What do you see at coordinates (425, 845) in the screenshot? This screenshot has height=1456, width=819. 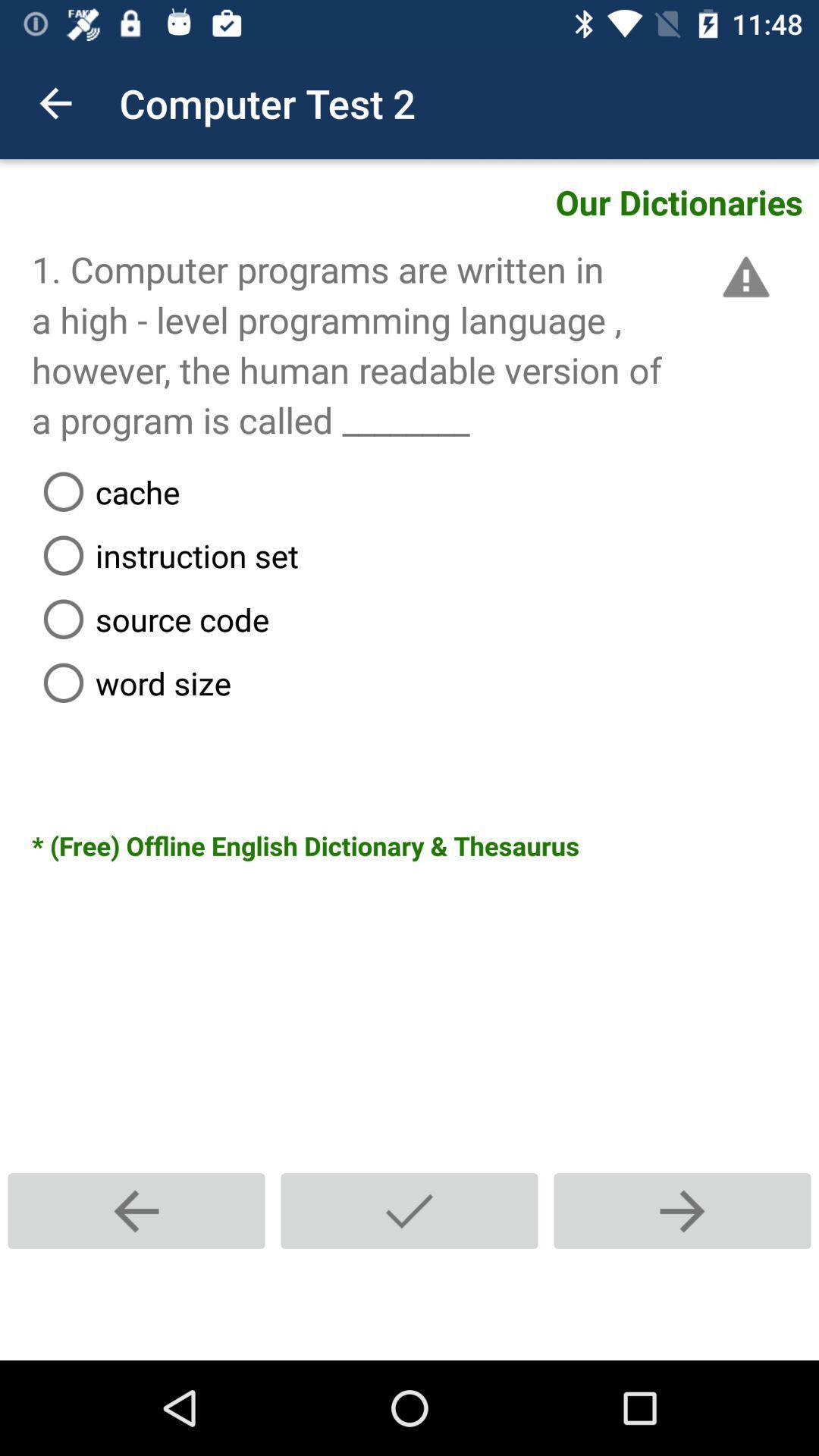 I see `free offline english icon` at bounding box center [425, 845].